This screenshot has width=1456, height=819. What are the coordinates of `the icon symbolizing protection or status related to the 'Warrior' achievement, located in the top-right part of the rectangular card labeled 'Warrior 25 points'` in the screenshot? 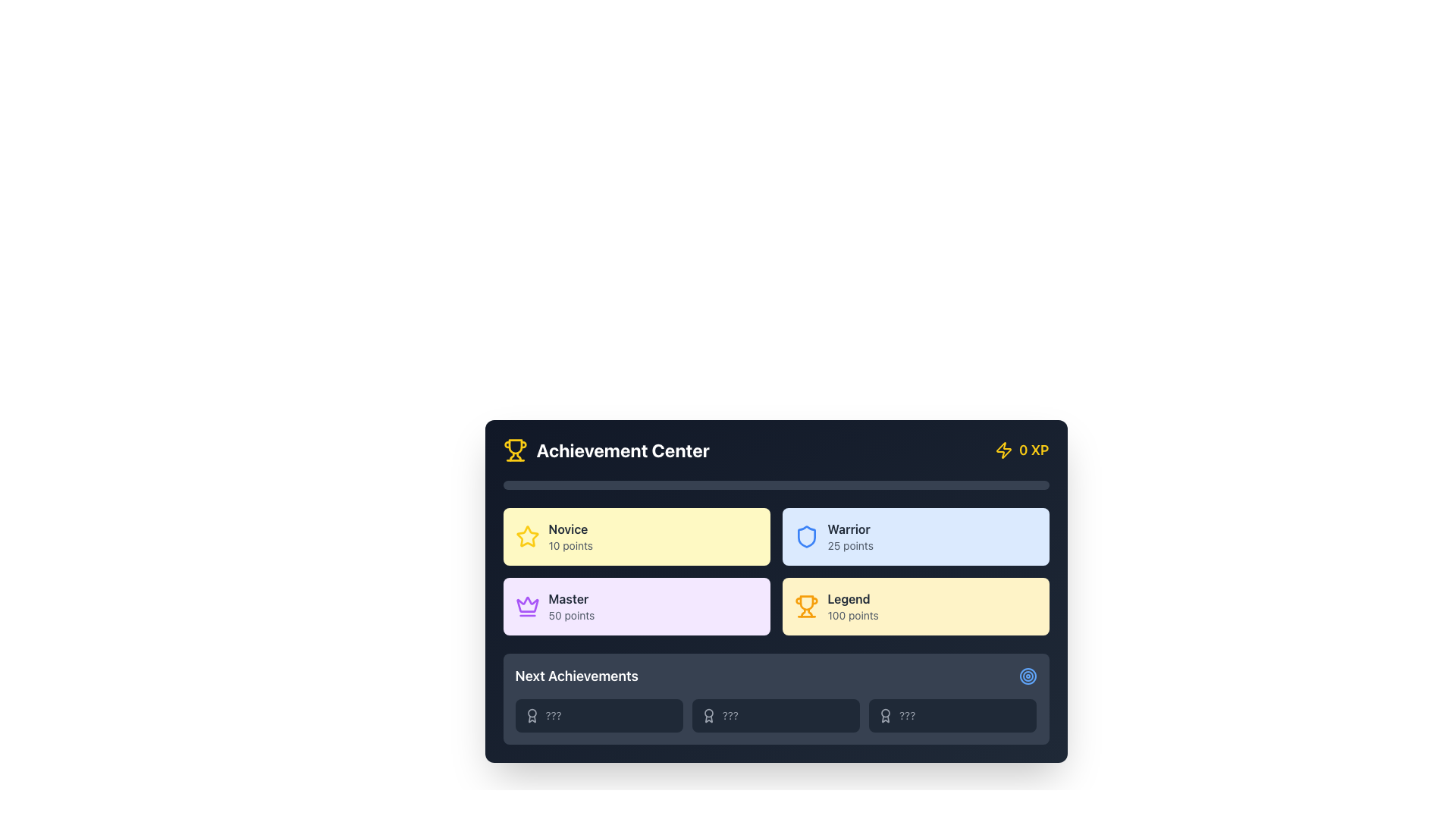 It's located at (805, 536).